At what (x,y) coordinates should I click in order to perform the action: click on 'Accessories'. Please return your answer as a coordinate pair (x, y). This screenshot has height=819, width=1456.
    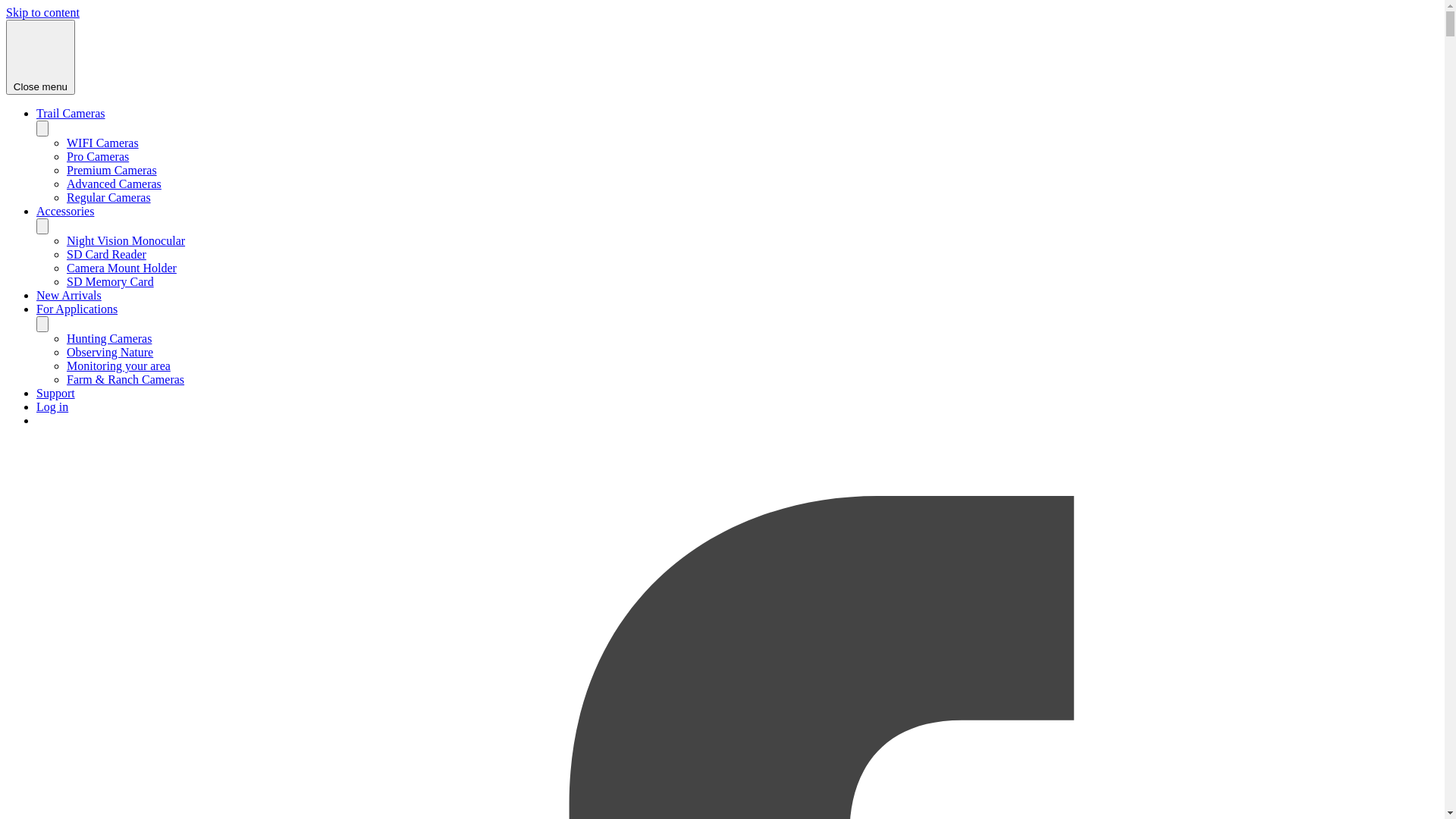
    Looking at the image, I should click on (64, 211).